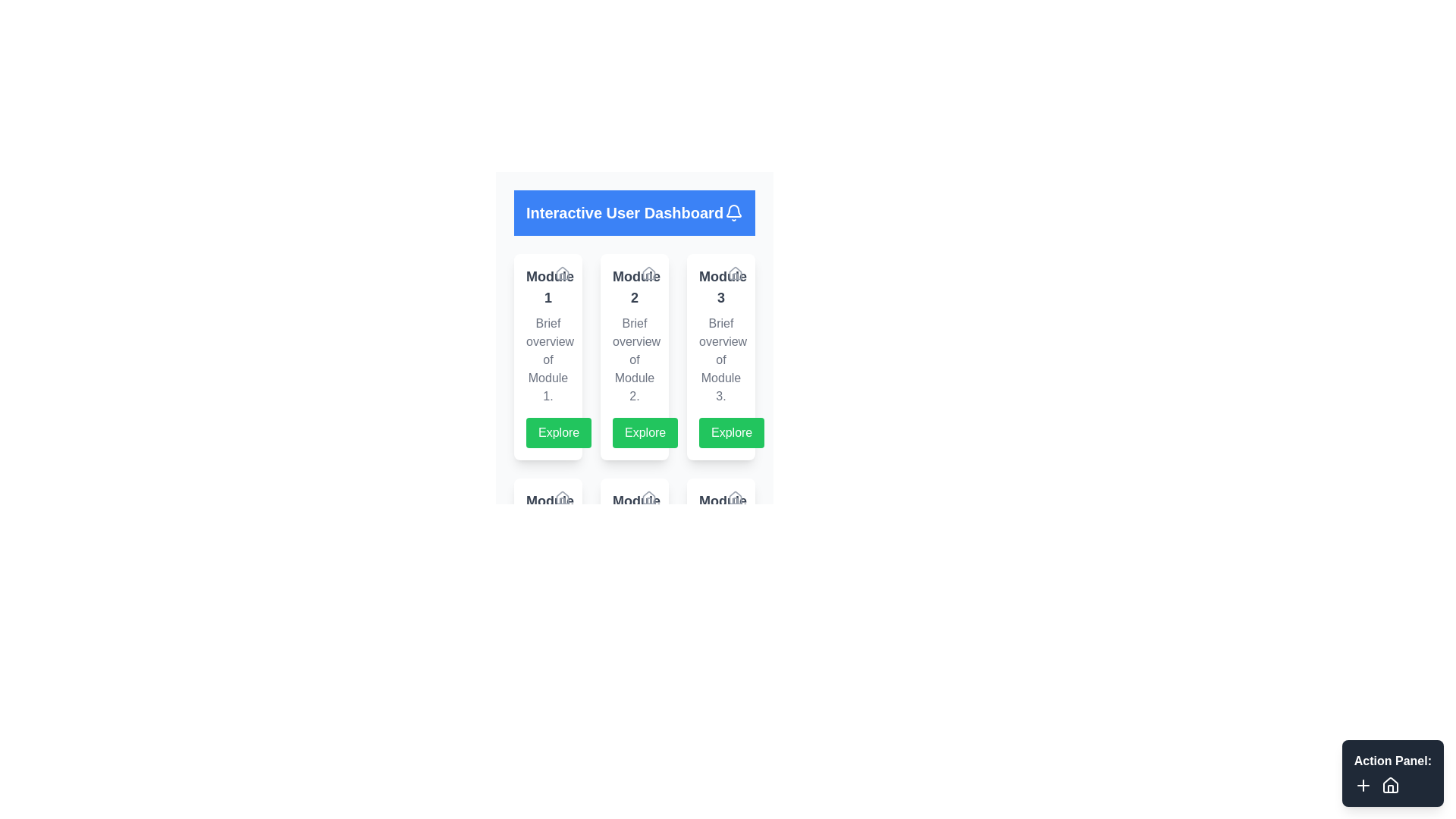 This screenshot has width=1456, height=819. Describe the element at coordinates (645, 432) in the screenshot. I see `the 'Explore' button located at the bottom of the 'Module 2' card, which is a green rectangular button with rounded corners and white centered text` at that location.